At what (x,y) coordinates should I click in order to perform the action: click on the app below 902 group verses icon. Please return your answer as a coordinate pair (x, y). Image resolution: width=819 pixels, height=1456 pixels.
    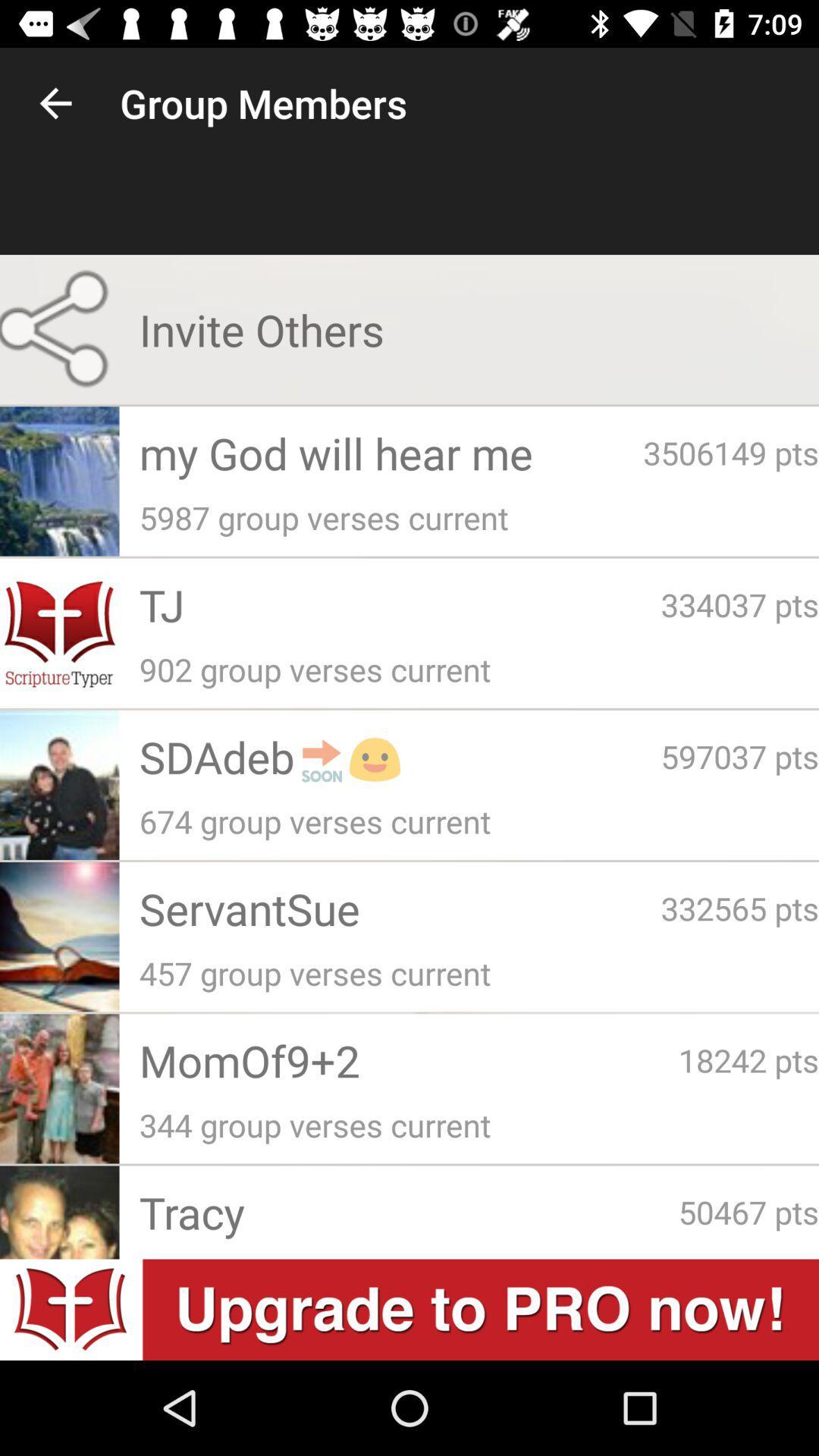
    Looking at the image, I should click on (399, 756).